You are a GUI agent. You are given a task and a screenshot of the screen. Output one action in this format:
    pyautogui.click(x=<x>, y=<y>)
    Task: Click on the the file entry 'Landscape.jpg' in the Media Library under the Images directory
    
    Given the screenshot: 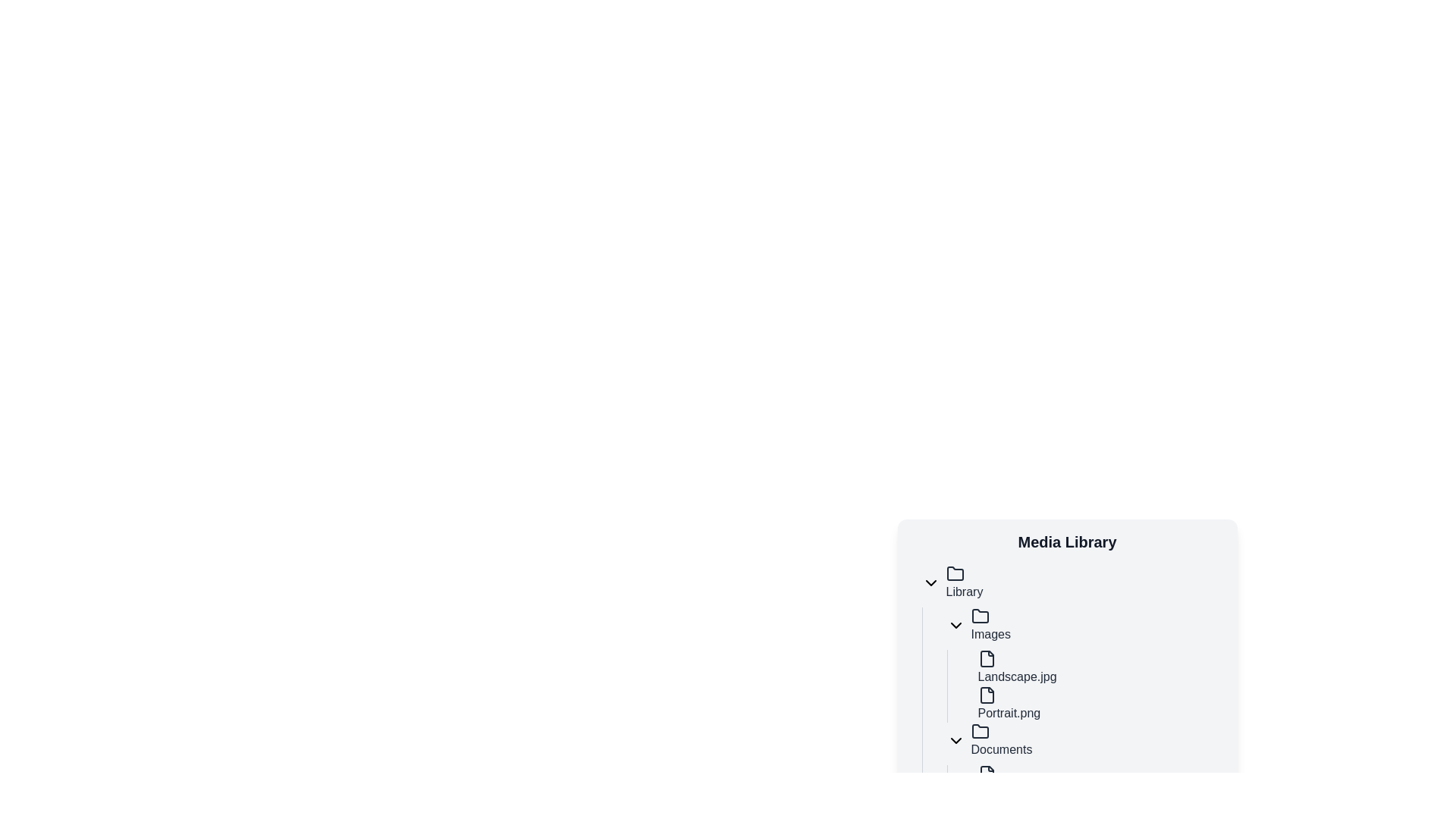 What is the action you would take?
    pyautogui.click(x=1098, y=667)
    